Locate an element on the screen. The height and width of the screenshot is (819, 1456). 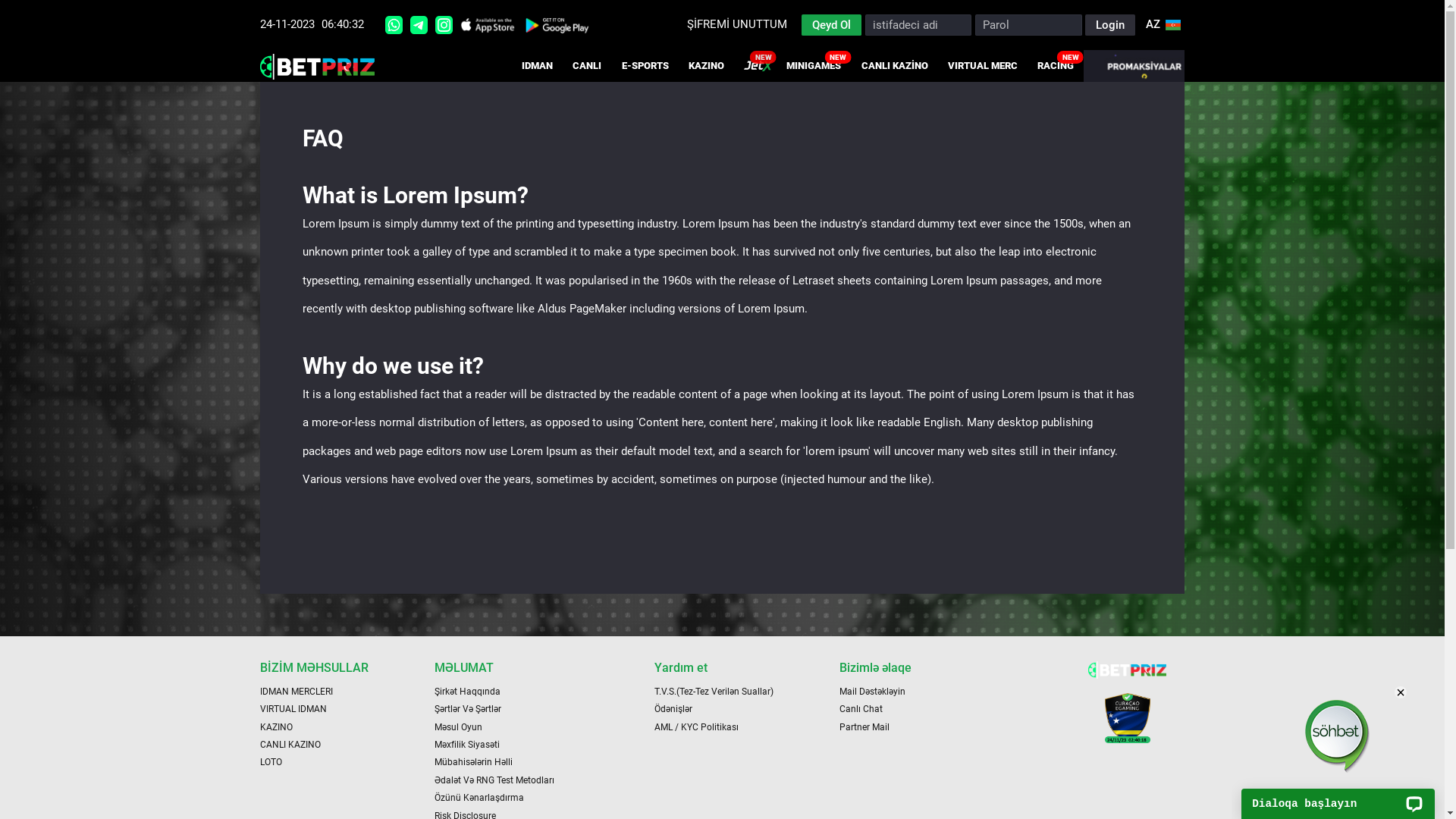
'LOTO' is located at coordinates (271, 762).